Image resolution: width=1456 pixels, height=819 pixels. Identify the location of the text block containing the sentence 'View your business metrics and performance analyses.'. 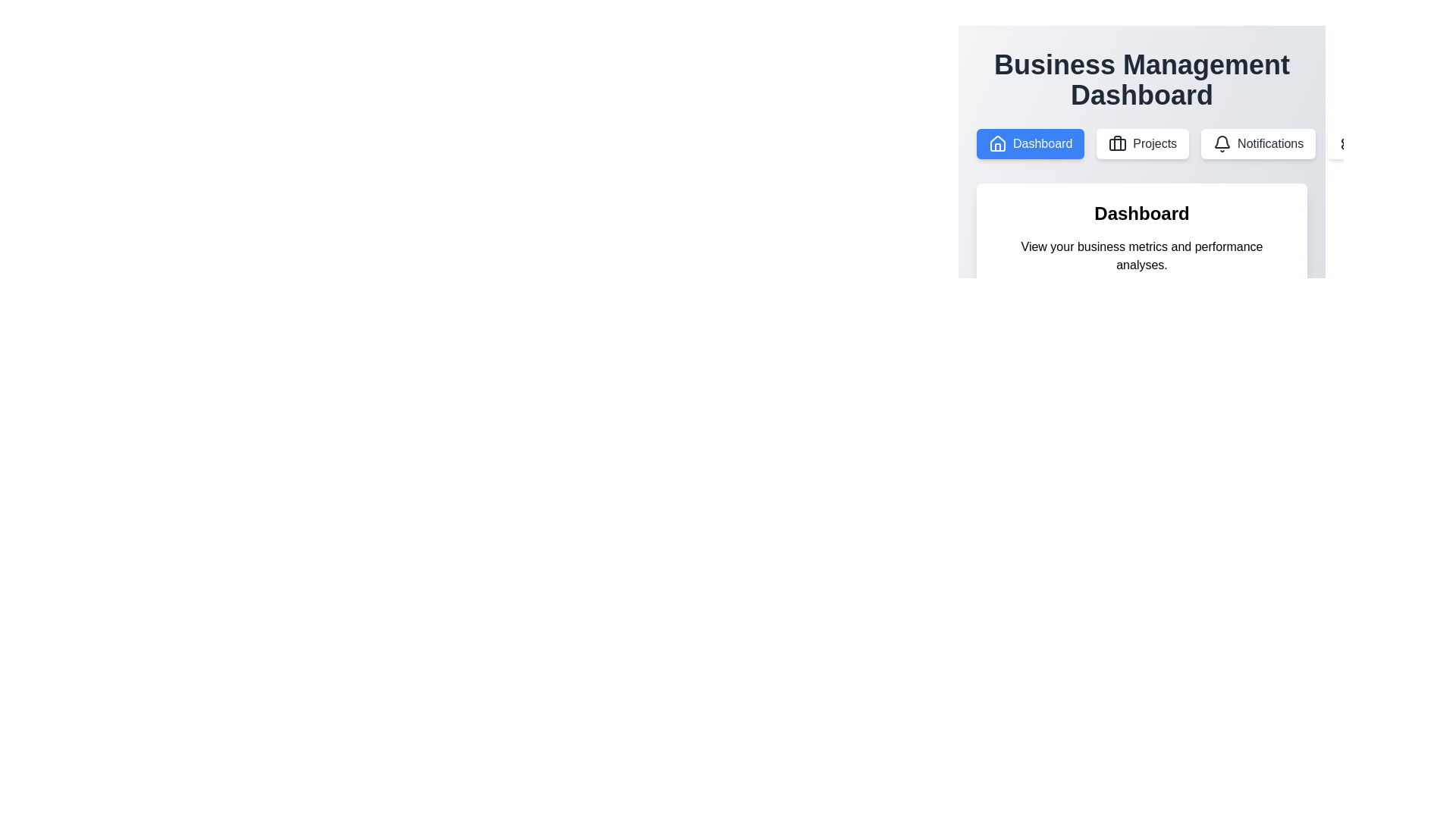
(1142, 256).